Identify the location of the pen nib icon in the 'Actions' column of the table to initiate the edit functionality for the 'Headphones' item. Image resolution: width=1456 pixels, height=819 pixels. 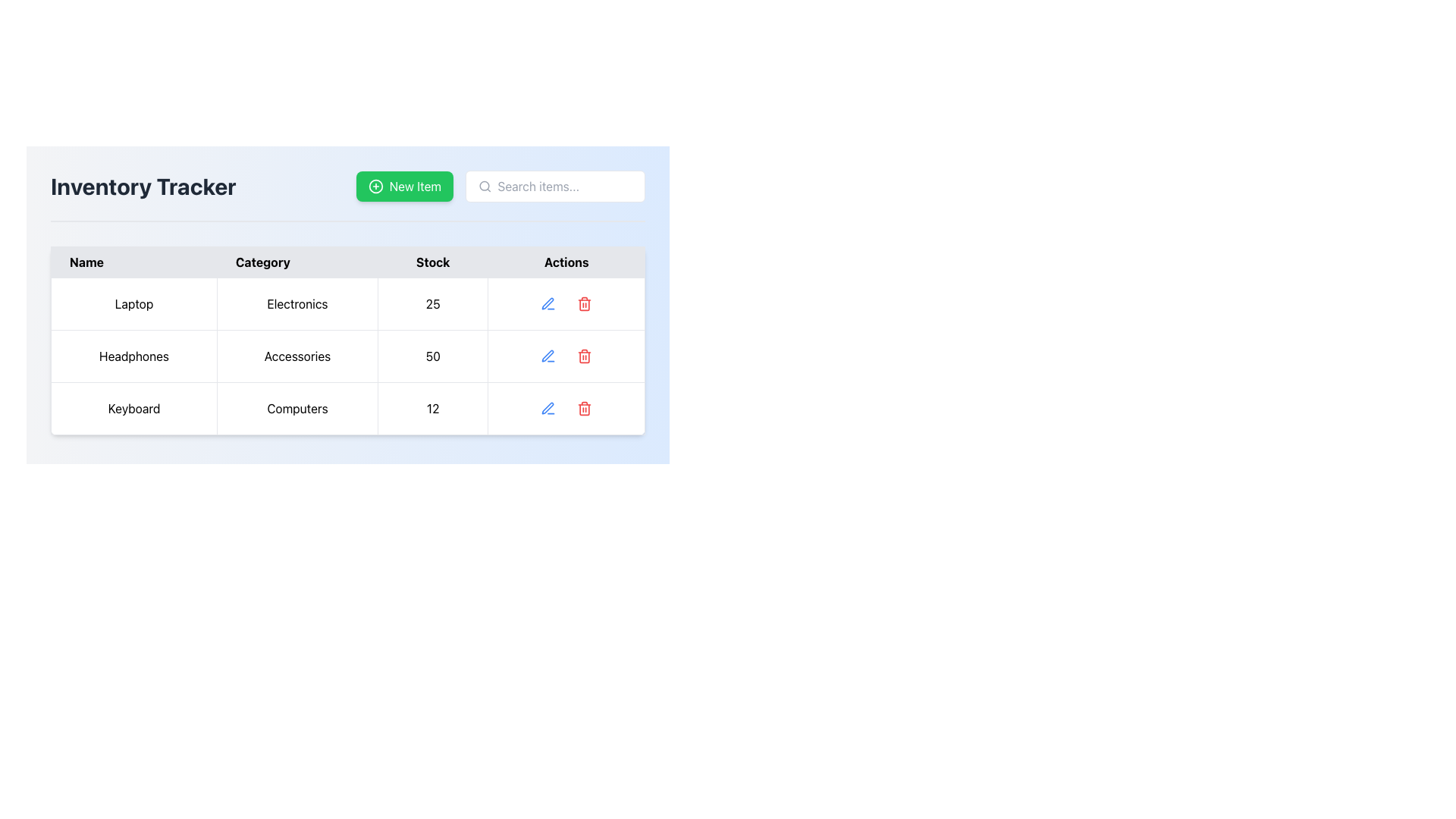
(548, 356).